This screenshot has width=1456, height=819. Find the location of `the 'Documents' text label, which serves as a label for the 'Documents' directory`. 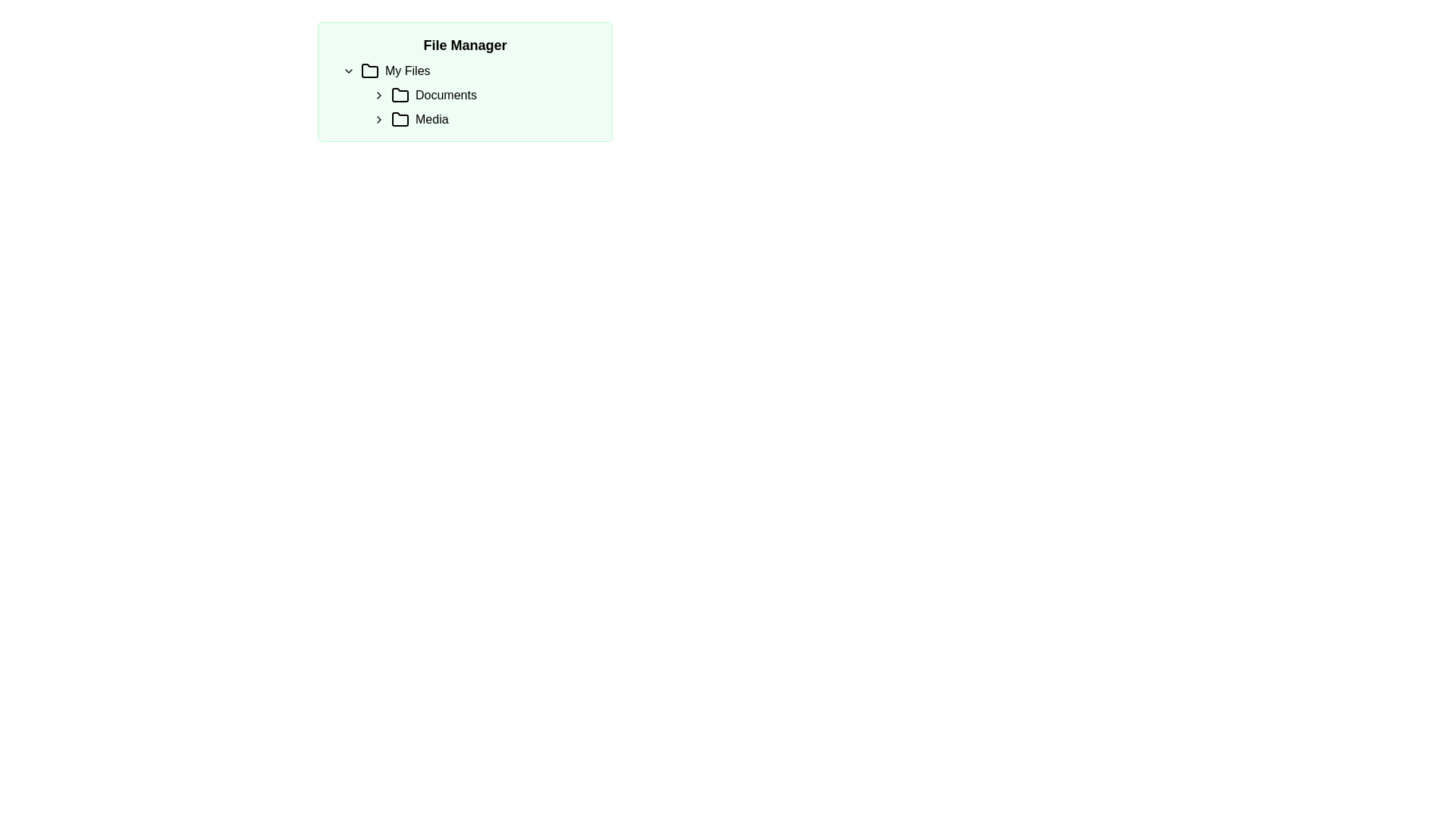

the 'Documents' text label, which serves as a label for the 'Documents' directory is located at coordinates (470, 96).